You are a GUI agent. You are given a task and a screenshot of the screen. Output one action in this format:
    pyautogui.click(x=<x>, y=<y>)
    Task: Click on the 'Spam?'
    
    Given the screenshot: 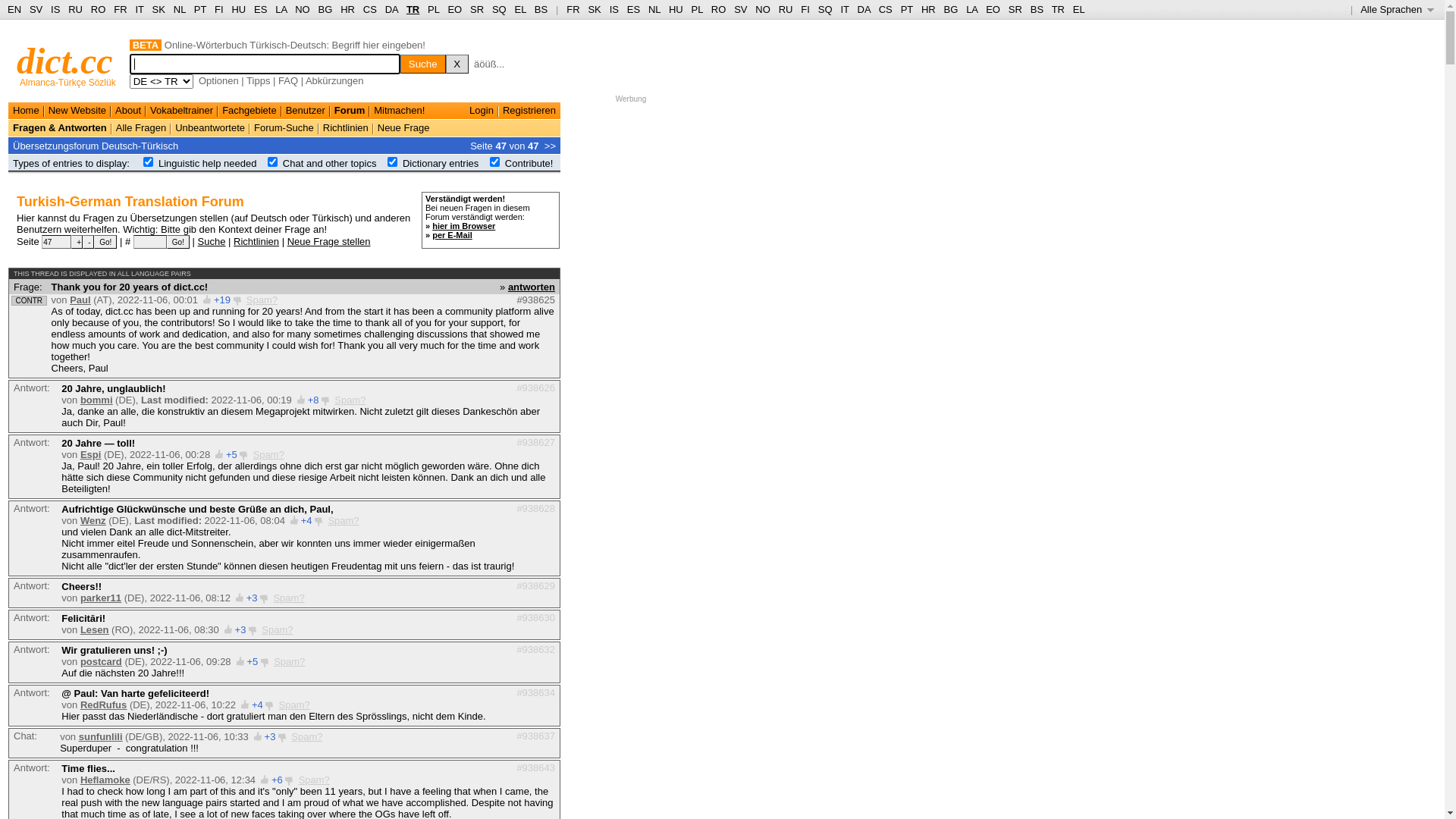 What is the action you would take?
    pyautogui.click(x=334, y=399)
    